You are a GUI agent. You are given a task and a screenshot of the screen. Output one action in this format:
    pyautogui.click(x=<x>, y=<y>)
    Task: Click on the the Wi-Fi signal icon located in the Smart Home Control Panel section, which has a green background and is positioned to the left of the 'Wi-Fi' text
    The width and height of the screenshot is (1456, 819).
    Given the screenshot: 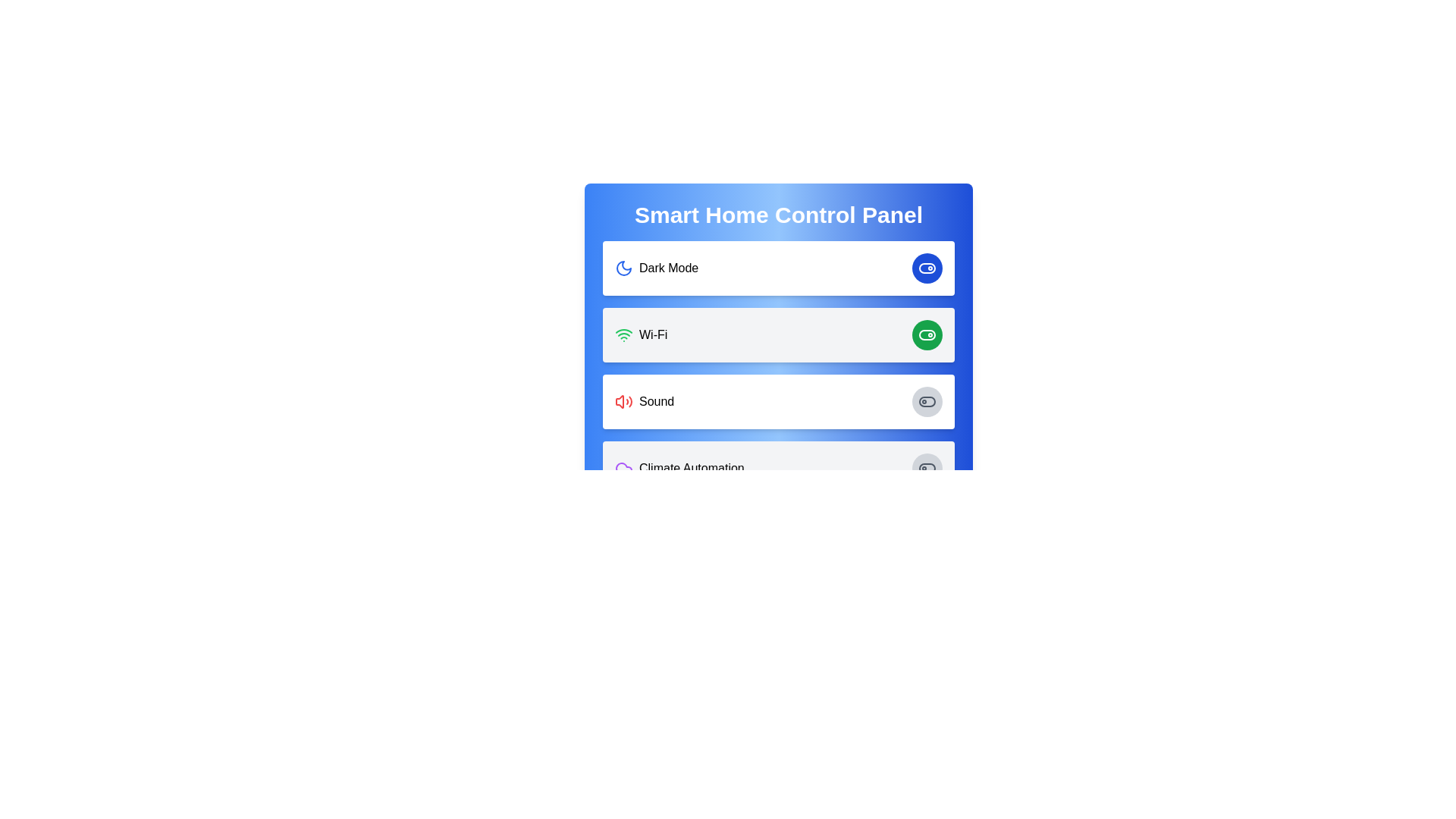 What is the action you would take?
    pyautogui.click(x=623, y=334)
    